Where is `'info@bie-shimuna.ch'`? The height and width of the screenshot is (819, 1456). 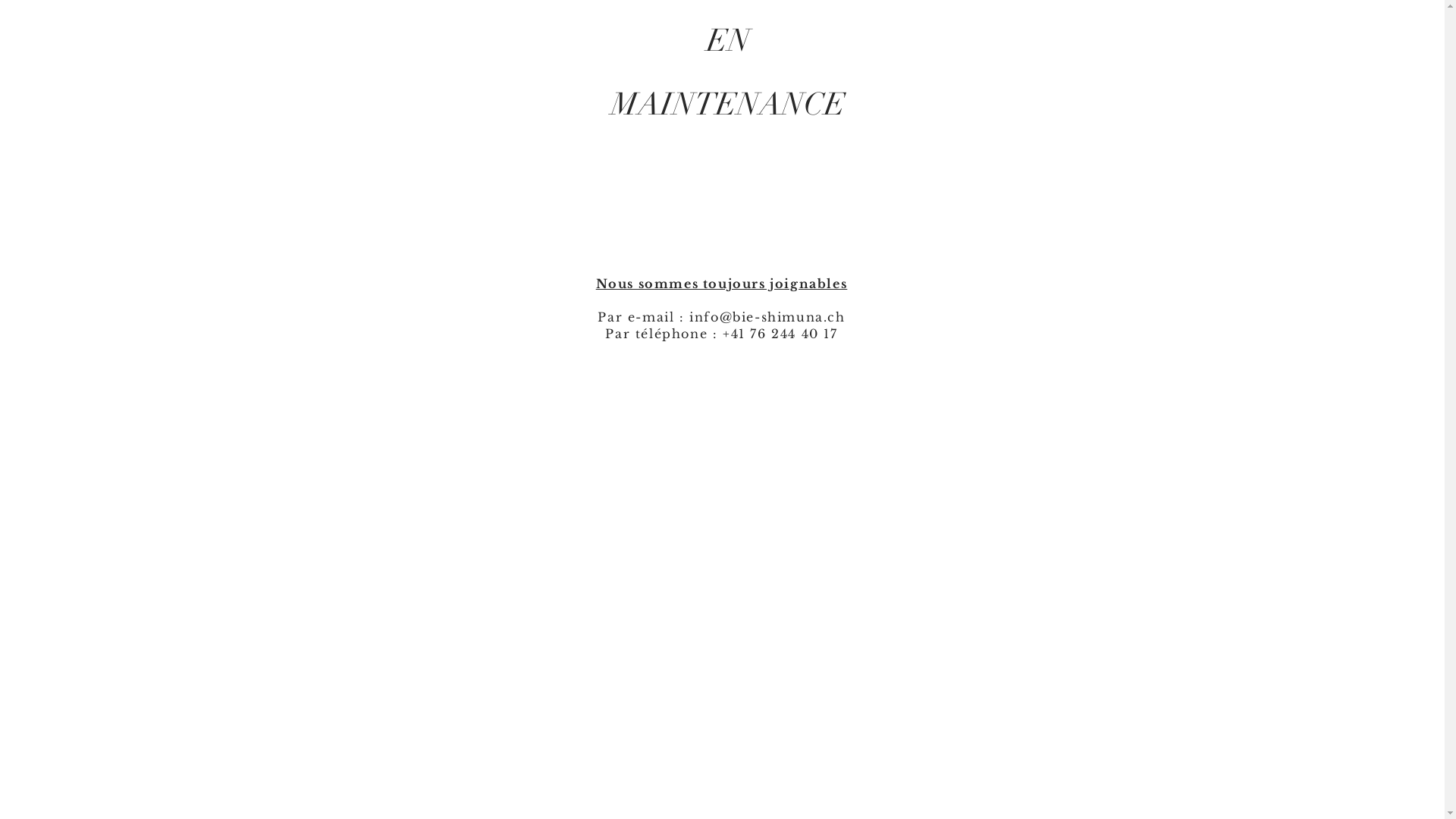
'info@bie-shimuna.ch' is located at coordinates (767, 315).